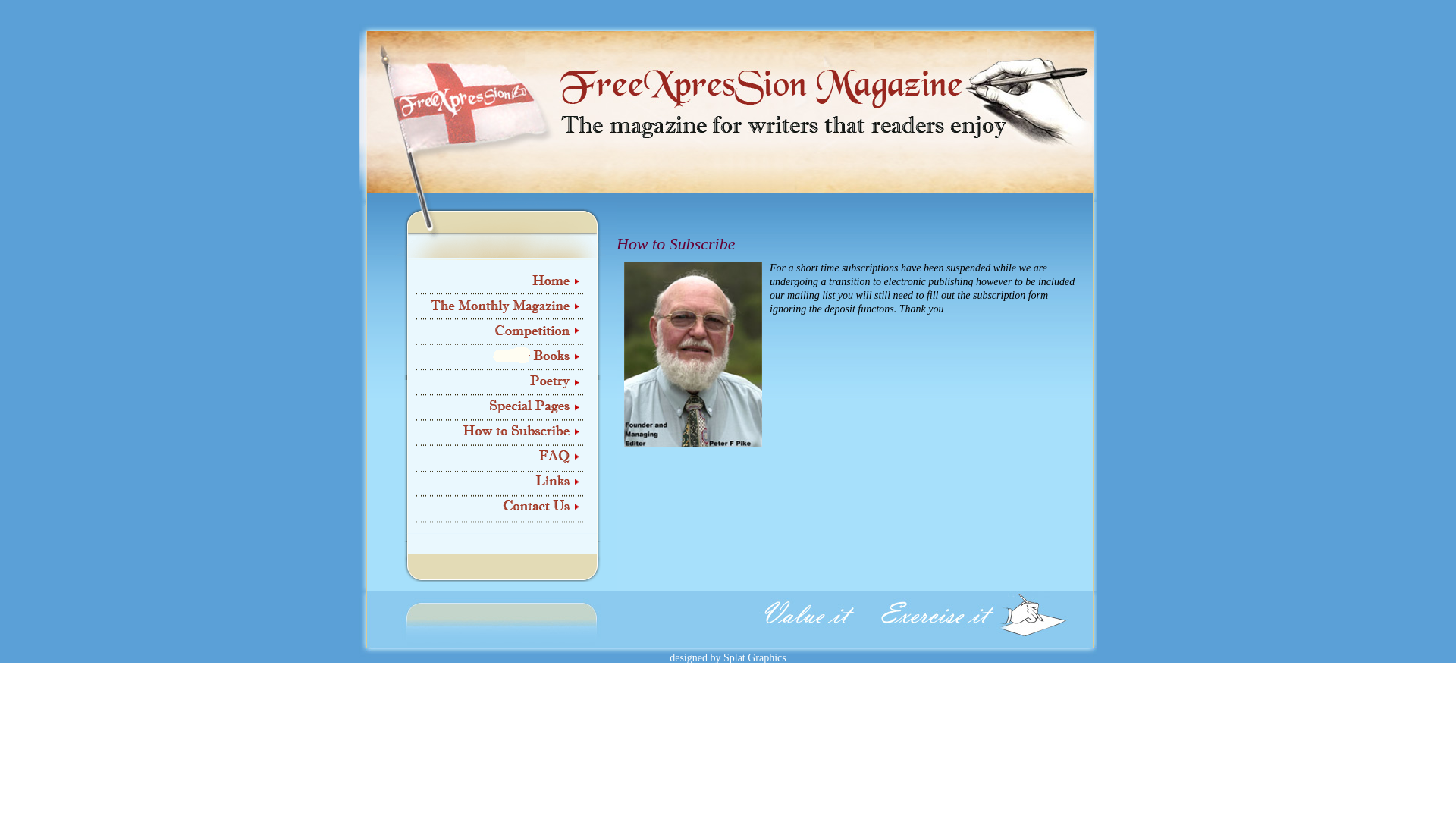 The width and height of the screenshot is (1456, 819). What do you see at coordinates (728, 657) in the screenshot?
I see `'designed by Splat Graphics'` at bounding box center [728, 657].